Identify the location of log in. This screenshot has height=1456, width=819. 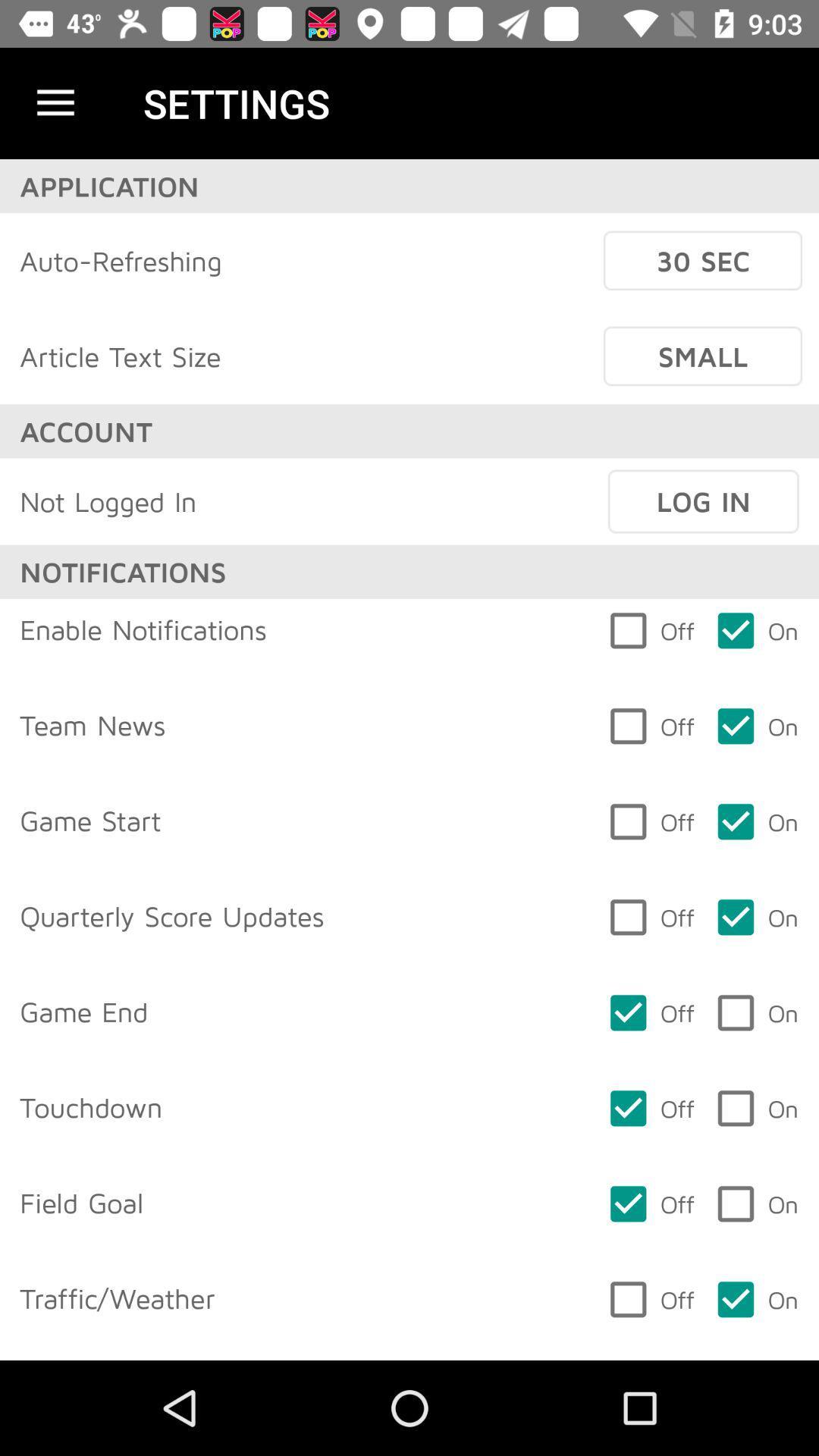
(703, 501).